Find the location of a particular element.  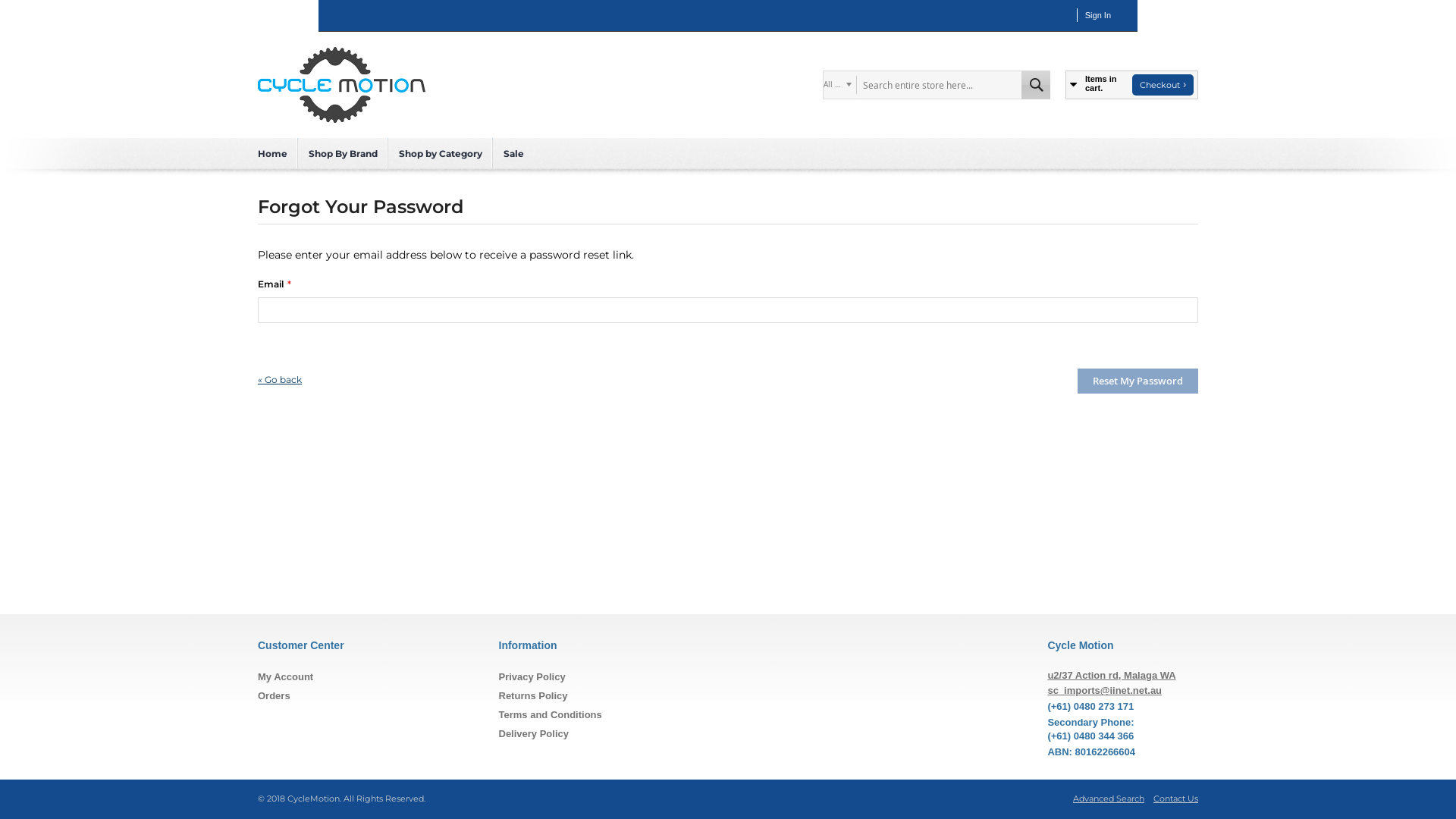

'Search' is located at coordinates (1035, 84).